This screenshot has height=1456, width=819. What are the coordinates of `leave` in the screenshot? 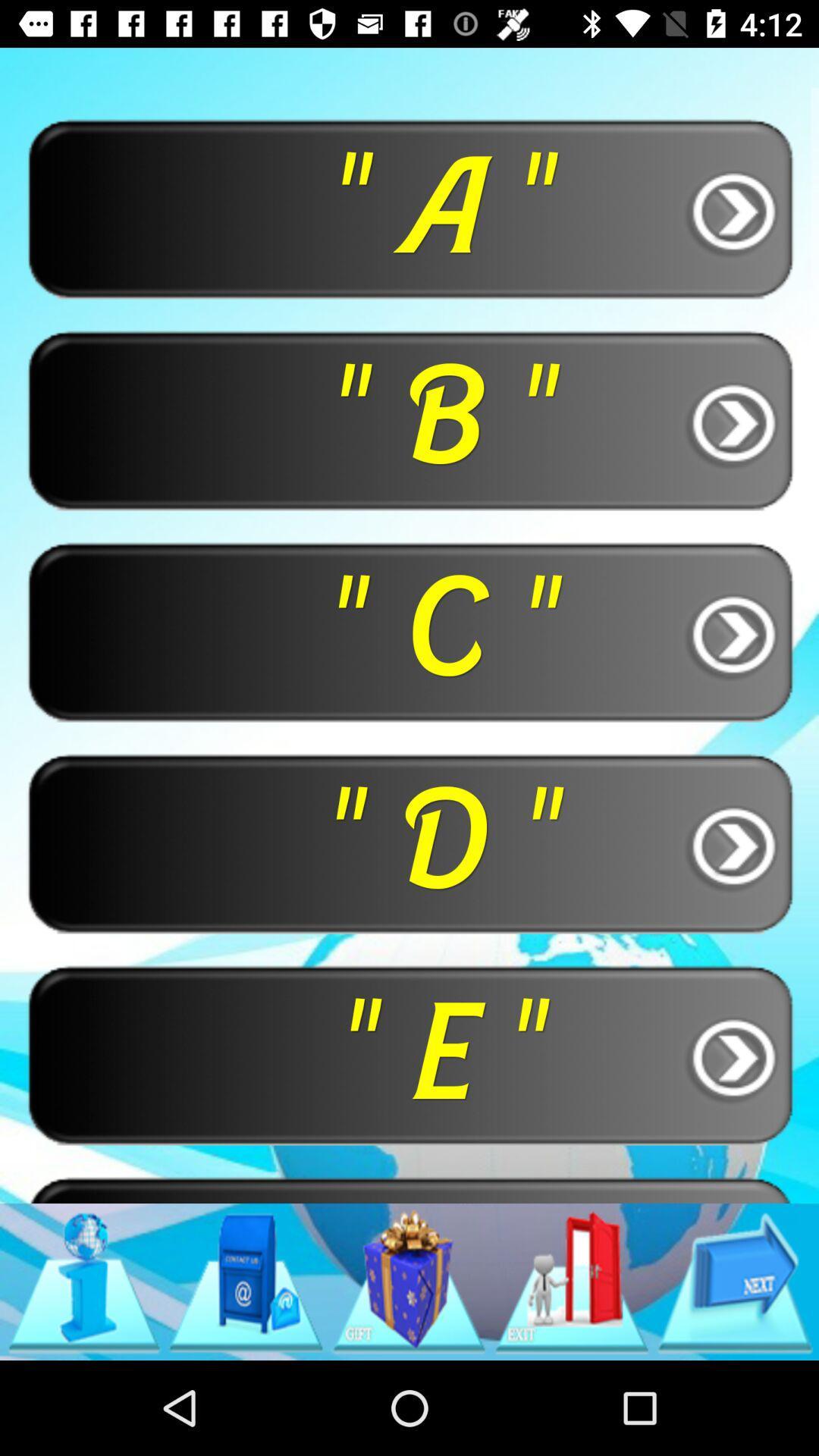 It's located at (572, 1281).